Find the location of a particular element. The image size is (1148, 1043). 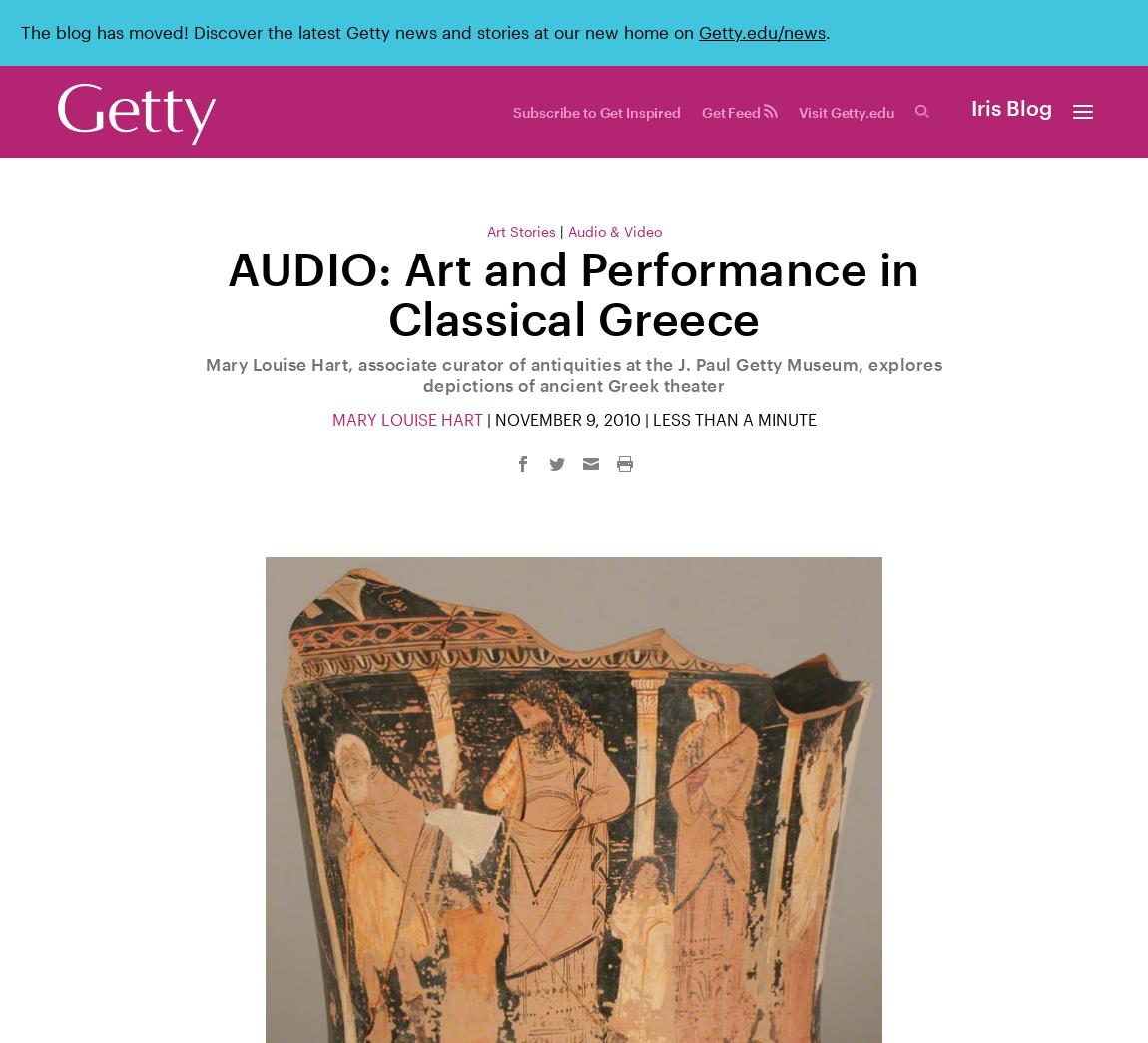

'.' is located at coordinates (827, 31).